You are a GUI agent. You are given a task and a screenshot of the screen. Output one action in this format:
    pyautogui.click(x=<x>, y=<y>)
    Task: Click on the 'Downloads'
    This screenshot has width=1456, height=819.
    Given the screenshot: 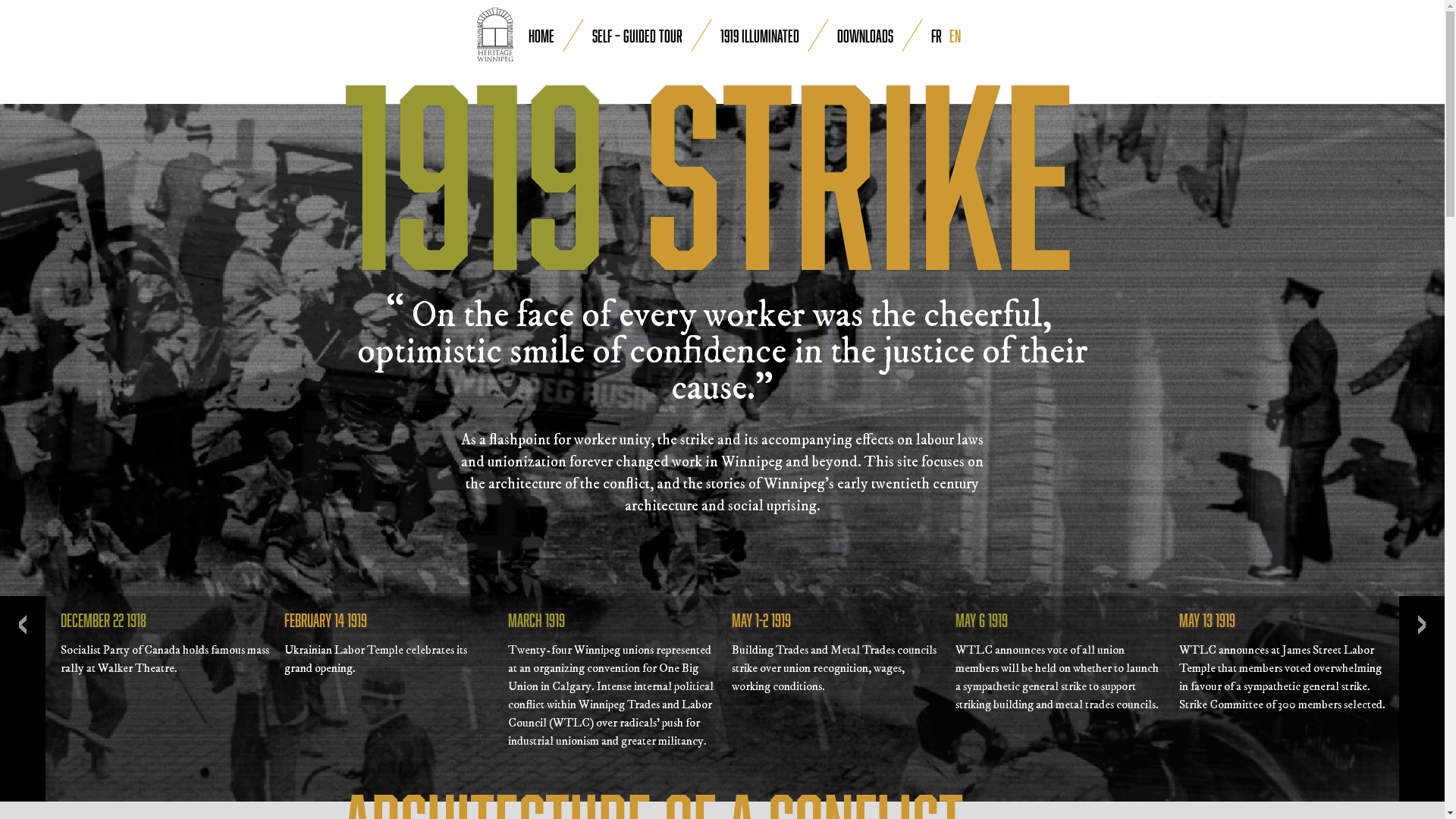 What is the action you would take?
    pyautogui.click(x=836, y=34)
    